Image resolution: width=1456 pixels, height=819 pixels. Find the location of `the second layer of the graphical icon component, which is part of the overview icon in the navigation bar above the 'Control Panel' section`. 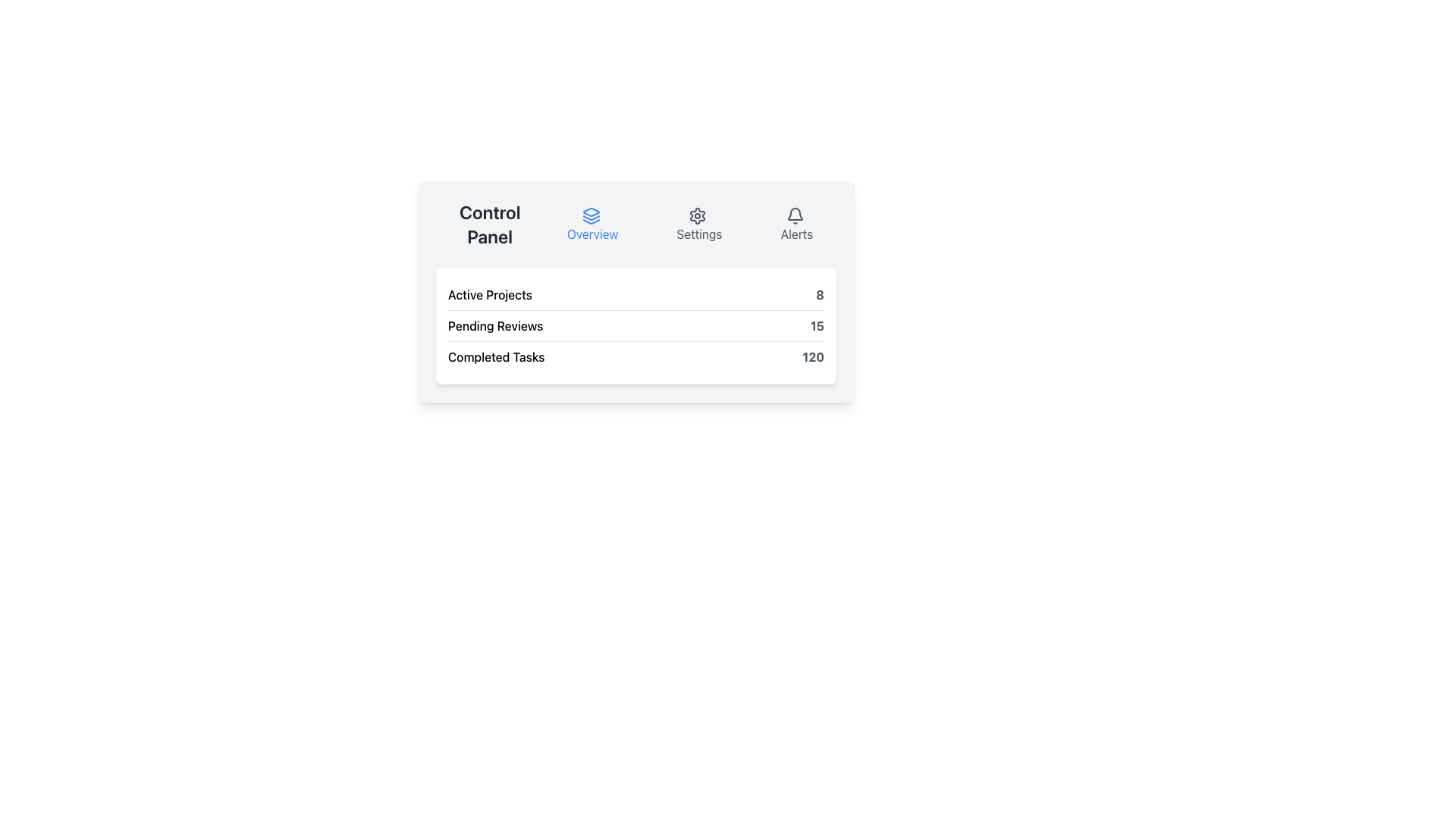

the second layer of the graphical icon component, which is part of the overview icon in the navigation bar above the 'Control Panel' section is located at coordinates (590, 218).